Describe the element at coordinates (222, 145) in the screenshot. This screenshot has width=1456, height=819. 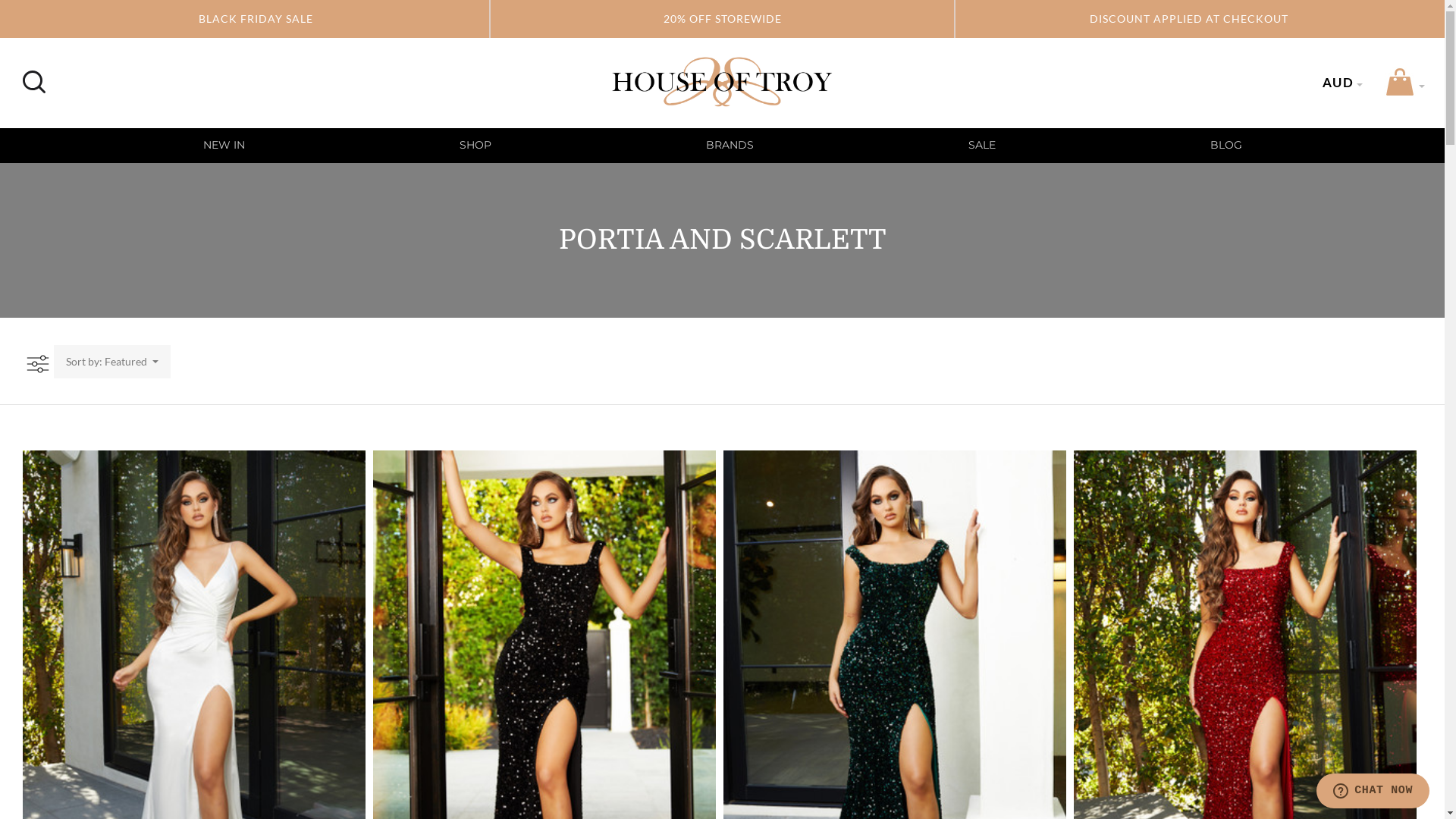
I see `'NEW IN'` at that location.